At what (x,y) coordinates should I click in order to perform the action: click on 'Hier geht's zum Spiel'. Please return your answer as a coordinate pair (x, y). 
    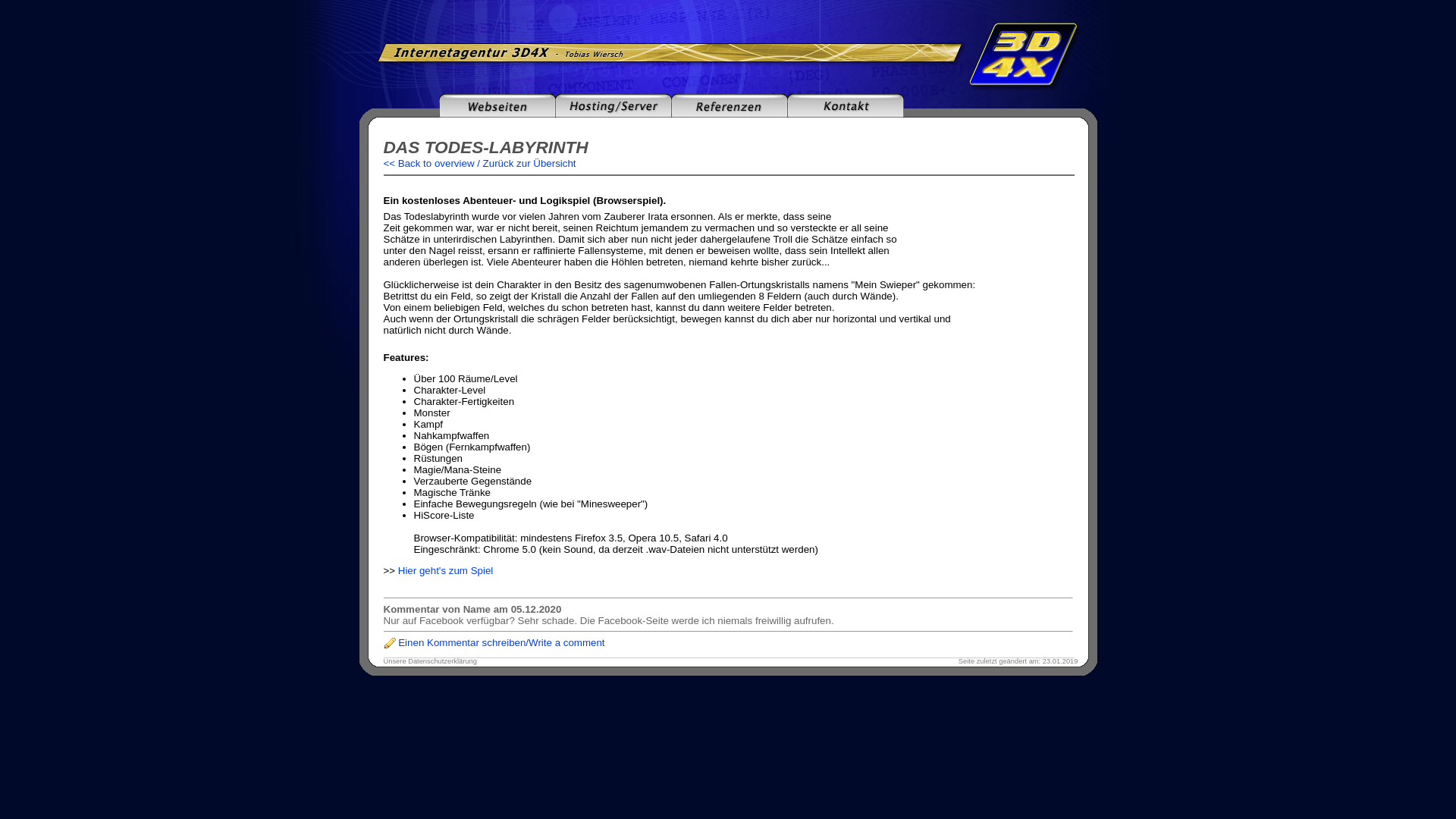
    Looking at the image, I should click on (445, 570).